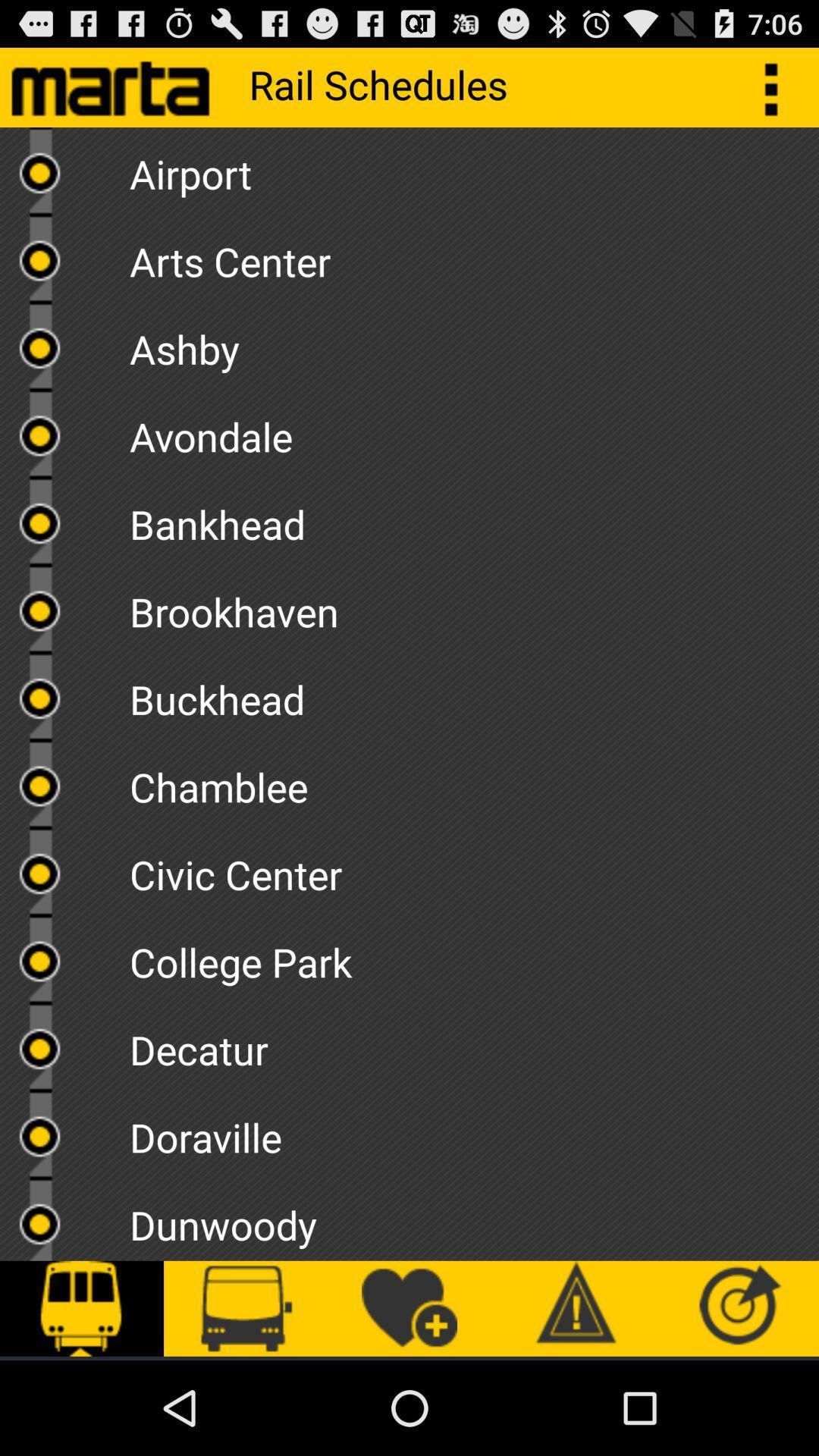 The width and height of the screenshot is (819, 1456). What do you see at coordinates (779, 93) in the screenshot?
I see `the more icon` at bounding box center [779, 93].